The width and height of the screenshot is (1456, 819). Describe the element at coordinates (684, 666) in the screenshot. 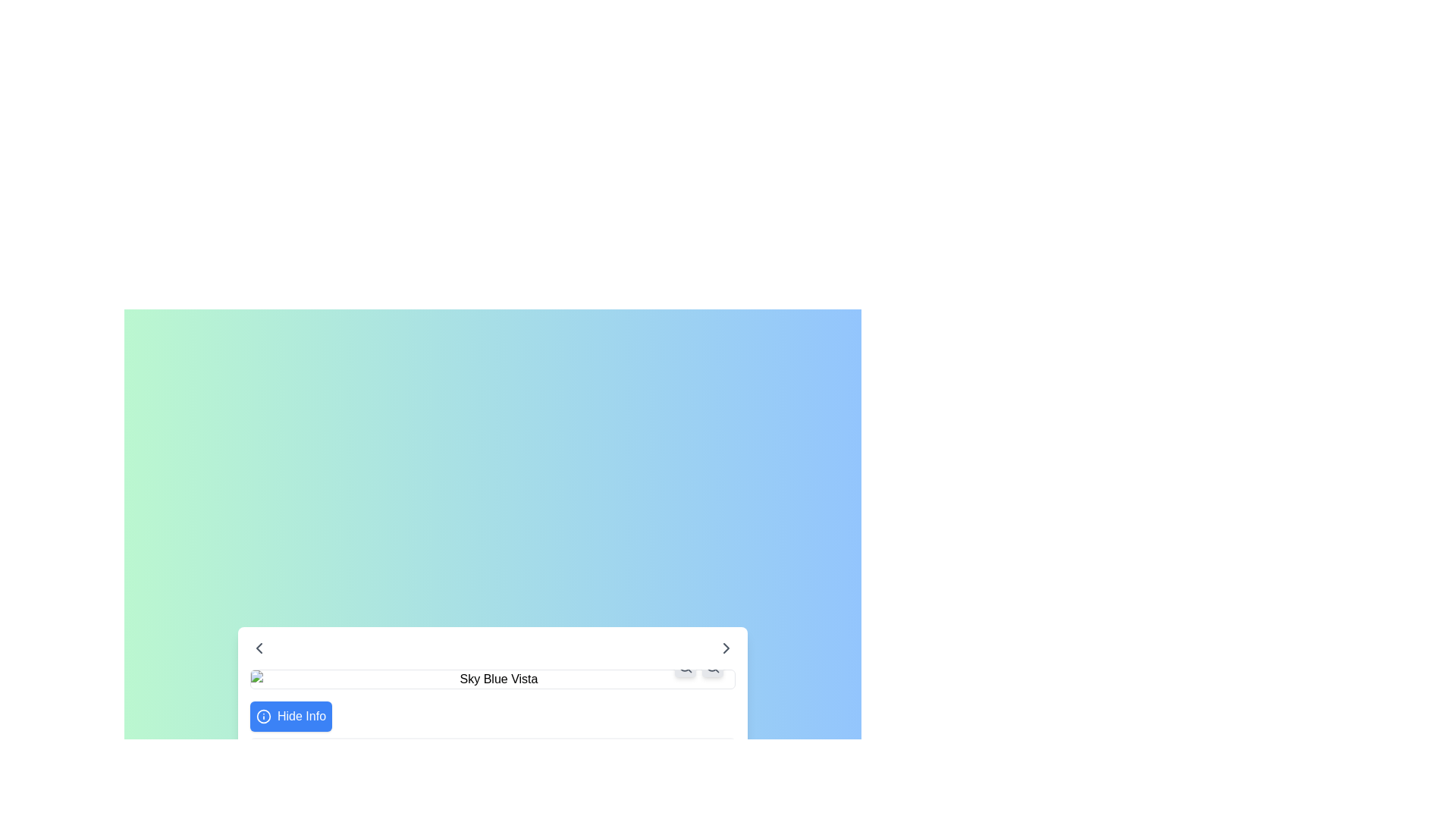

I see `the small circular icon with a magnifying glass and minus symbol in the top-right corner of the toolbar labeled 'Sky Blue Vista'` at that location.